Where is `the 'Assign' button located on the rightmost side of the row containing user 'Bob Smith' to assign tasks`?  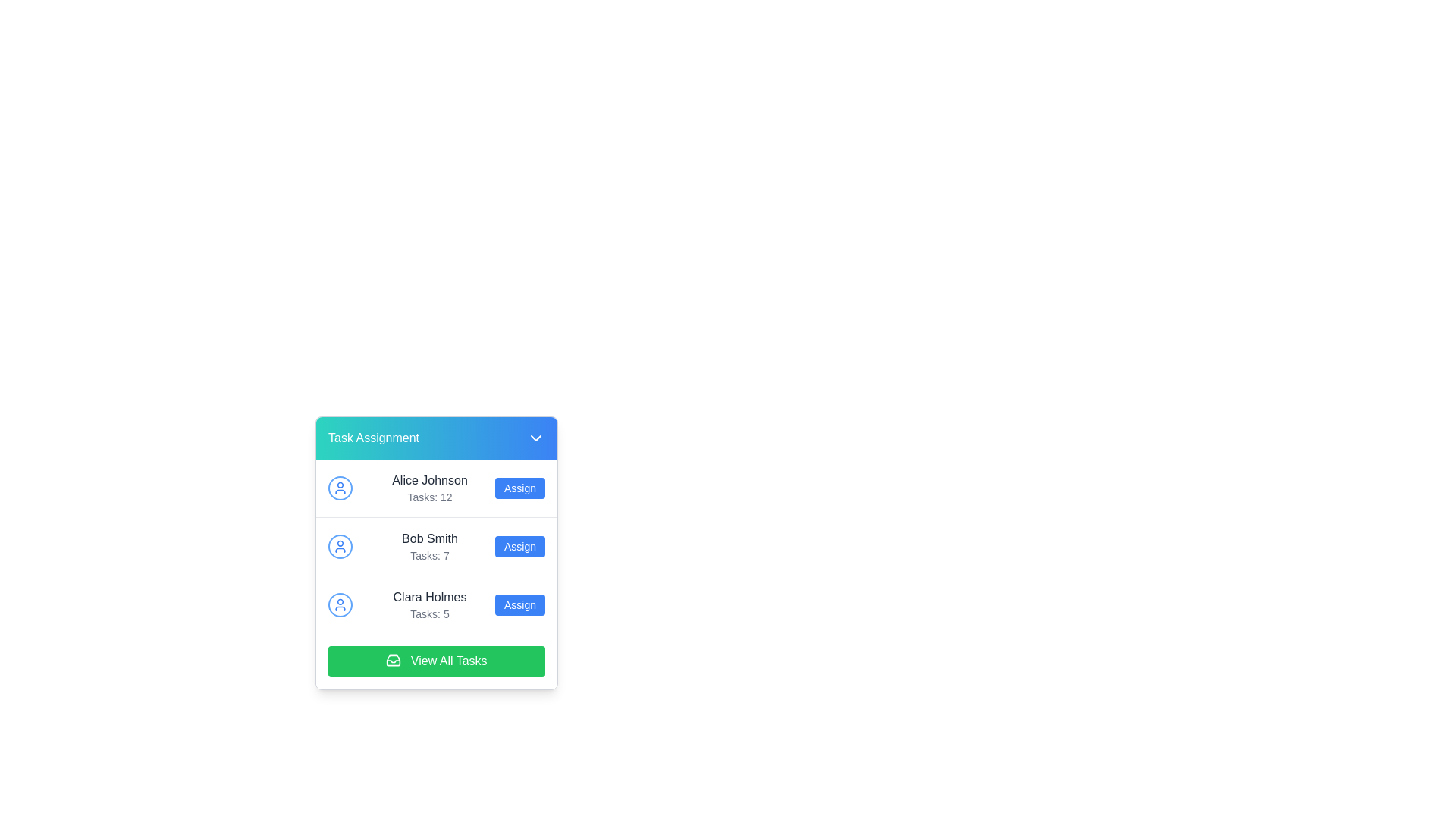 the 'Assign' button located on the rightmost side of the row containing user 'Bob Smith' to assign tasks is located at coordinates (520, 547).